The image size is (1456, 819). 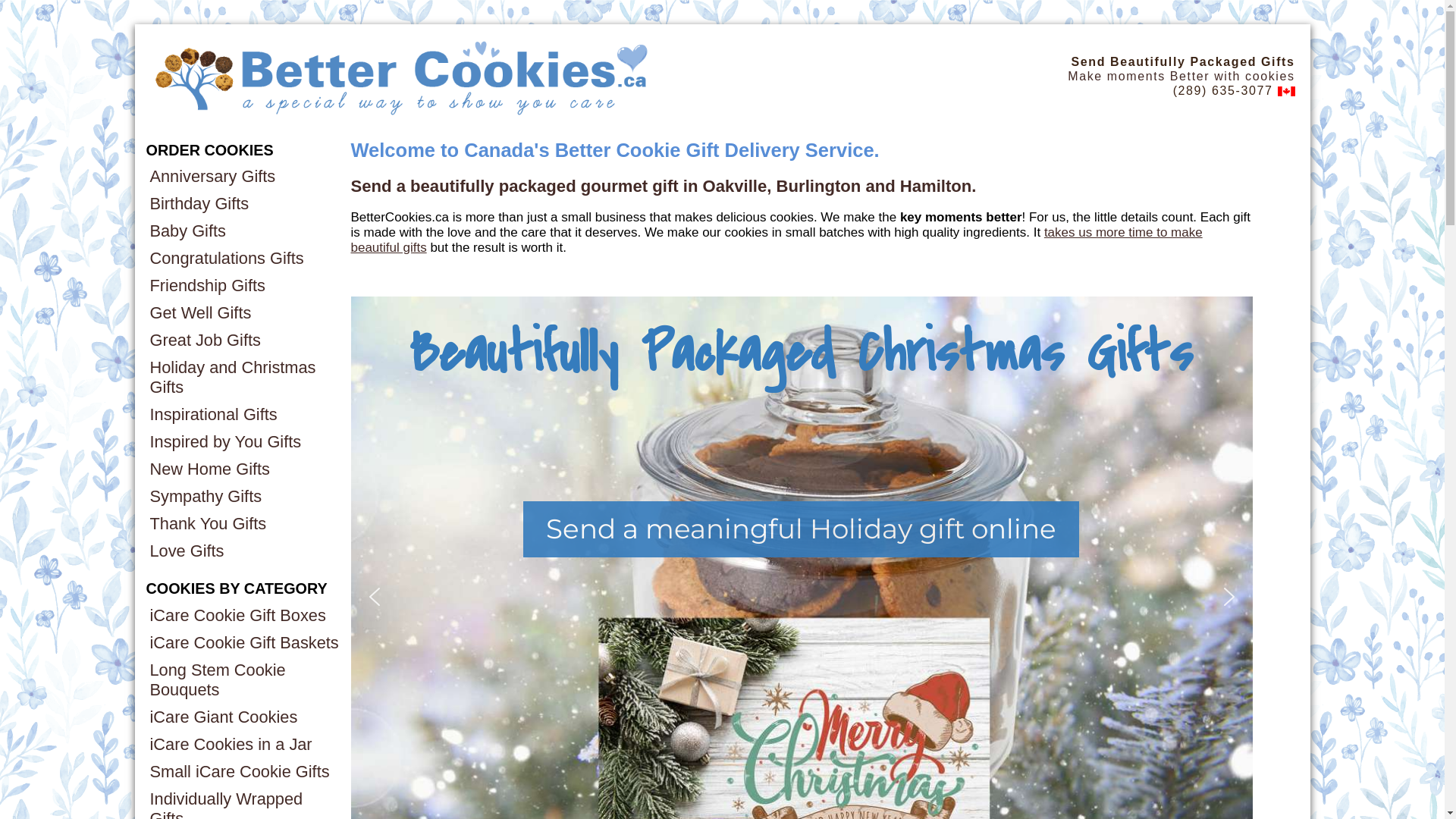 I want to click on 'Love Gifts', so click(x=243, y=551).